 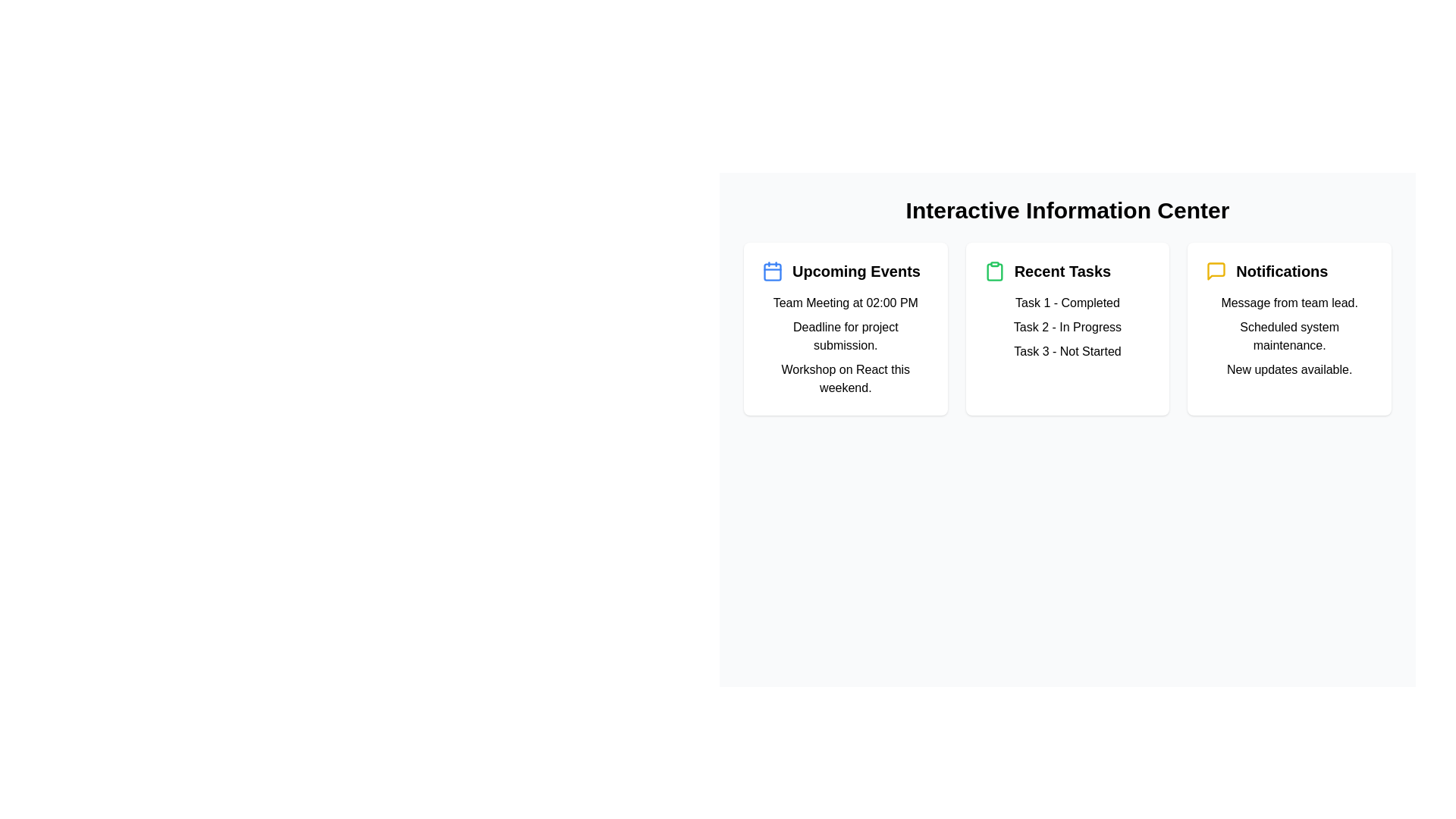 I want to click on the 'Notifications' label styled in bold, adjacent to a yellow speech bubble icon, located within the rightmost white card under the 'Interactive Information Center' title, so click(x=1288, y=271).